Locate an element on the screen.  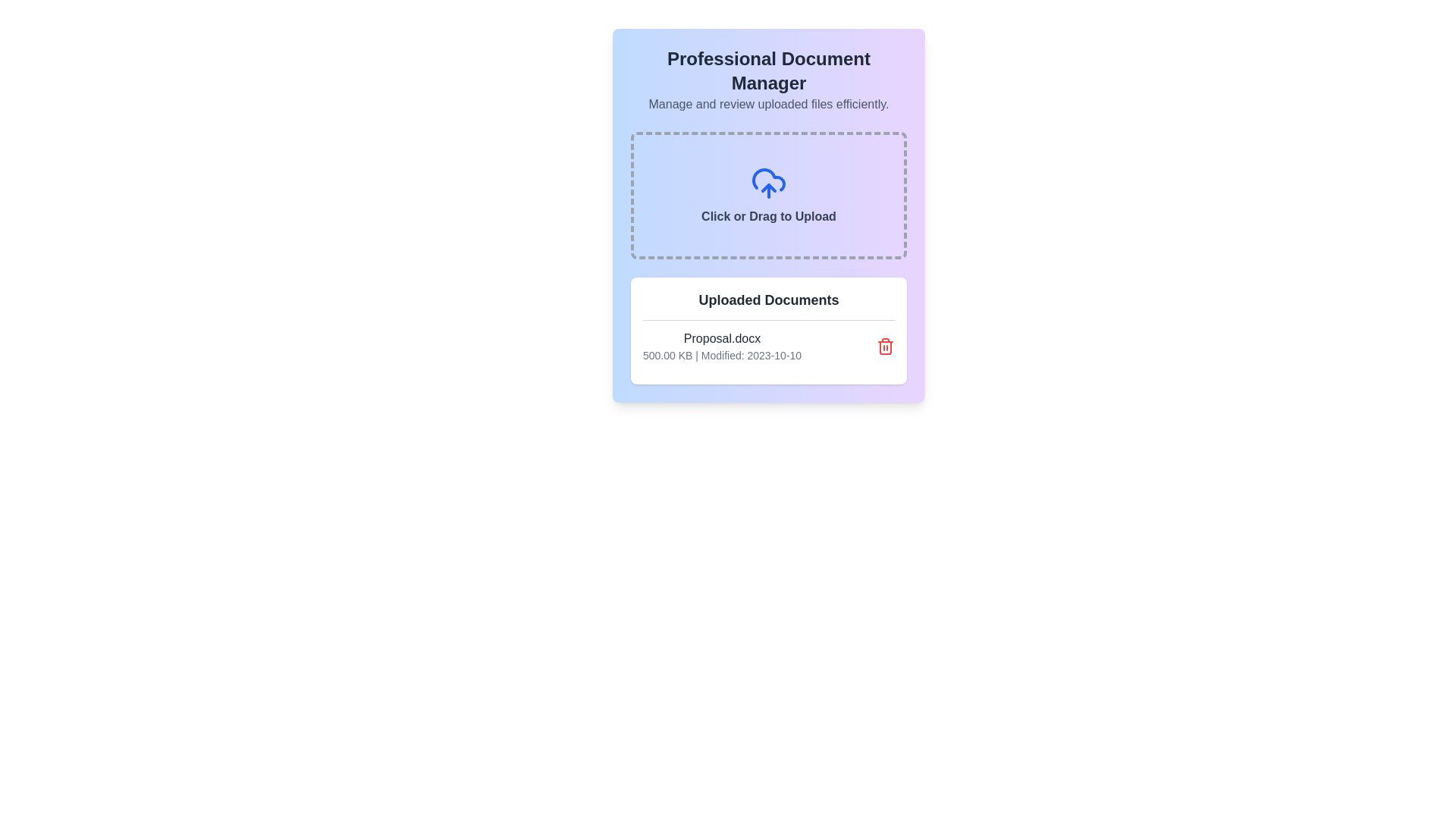
the upload icon located in the 'Click or Drag to Upload' section, which is visually represented to indicate the upload functionality is located at coordinates (768, 183).